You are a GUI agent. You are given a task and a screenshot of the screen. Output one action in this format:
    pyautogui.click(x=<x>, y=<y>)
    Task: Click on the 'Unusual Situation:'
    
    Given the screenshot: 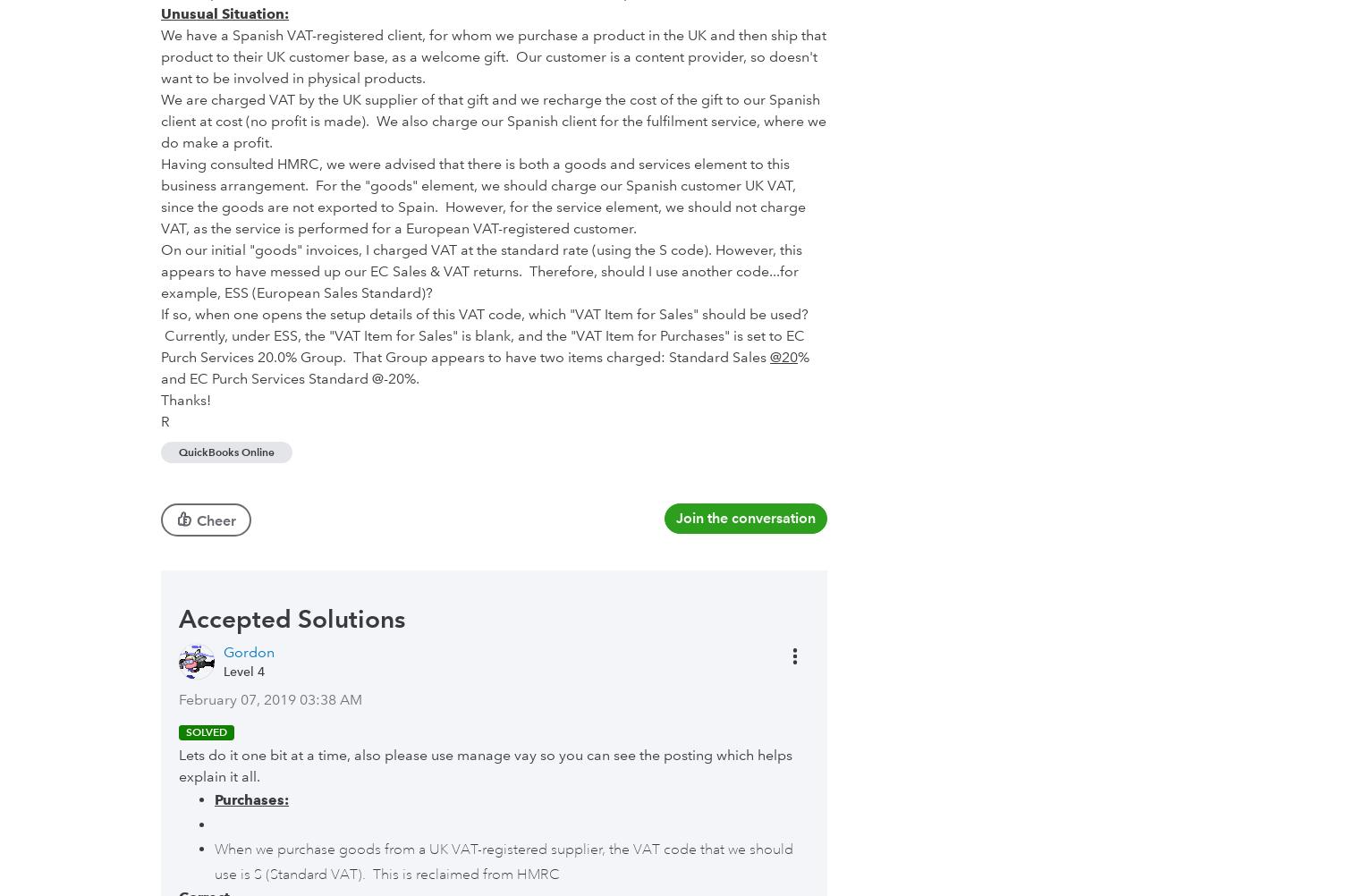 What is the action you would take?
    pyautogui.click(x=224, y=13)
    